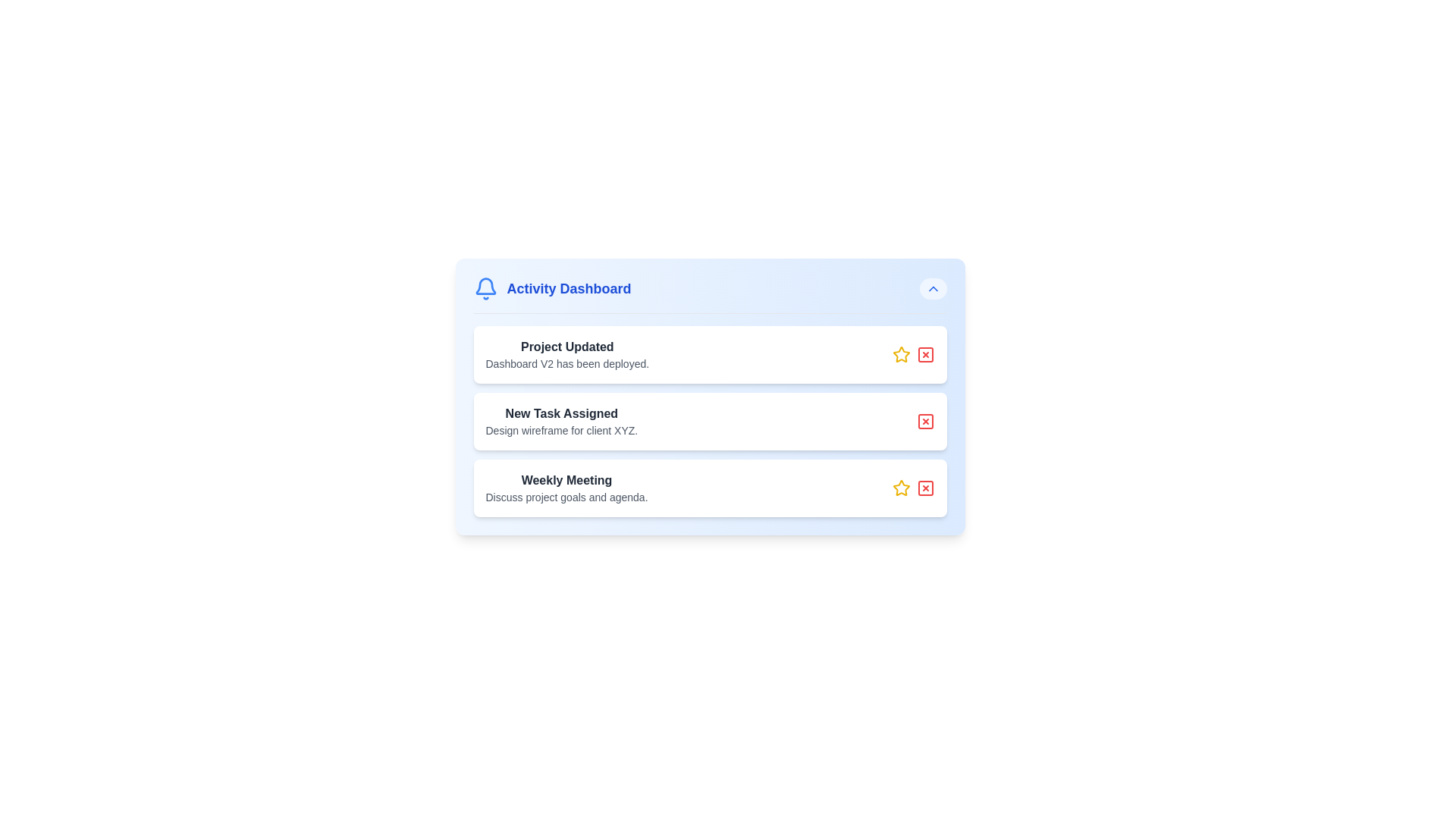  What do you see at coordinates (932, 289) in the screenshot?
I see `the upward-facing chevron icon with a blue stroke located at the top-right corner of the 'Activity Dashboard' section` at bounding box center [932, 289].